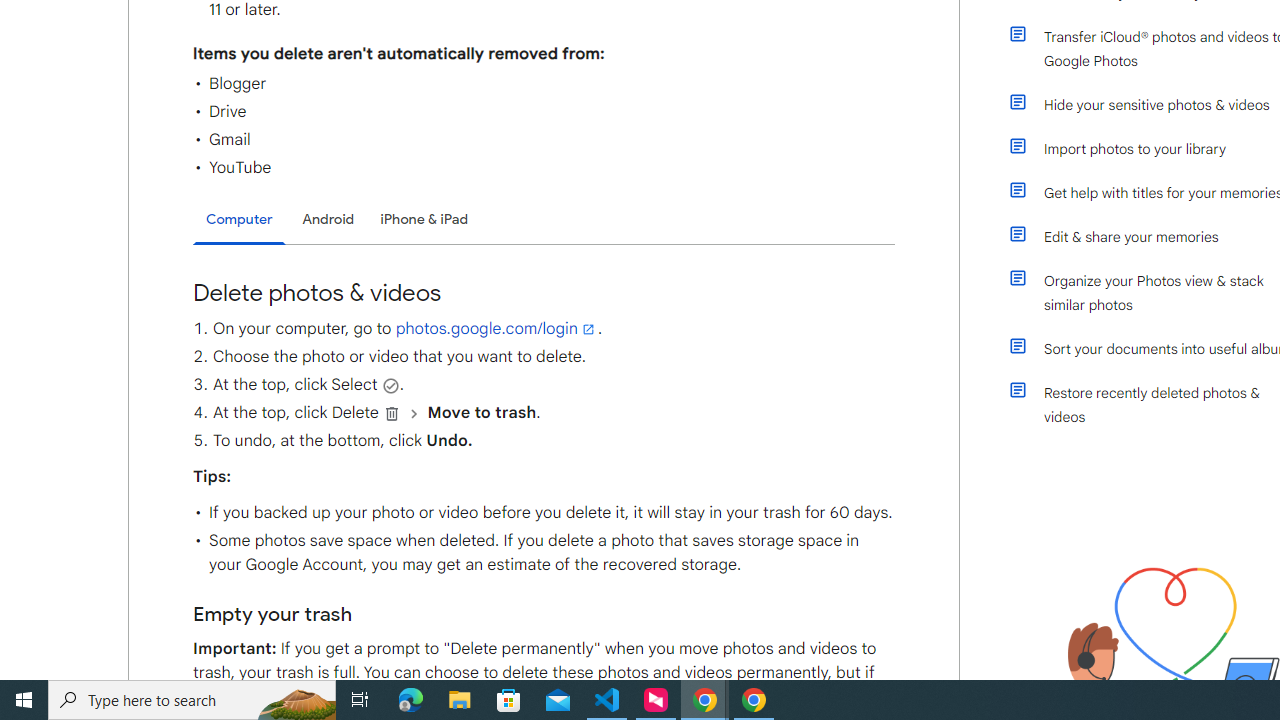 The height and width of the screenshot is (720, 1280). What do you see at coordinates (390, 385) in the screenshot?
I see `'Select'` at bounding box center [390, 385].